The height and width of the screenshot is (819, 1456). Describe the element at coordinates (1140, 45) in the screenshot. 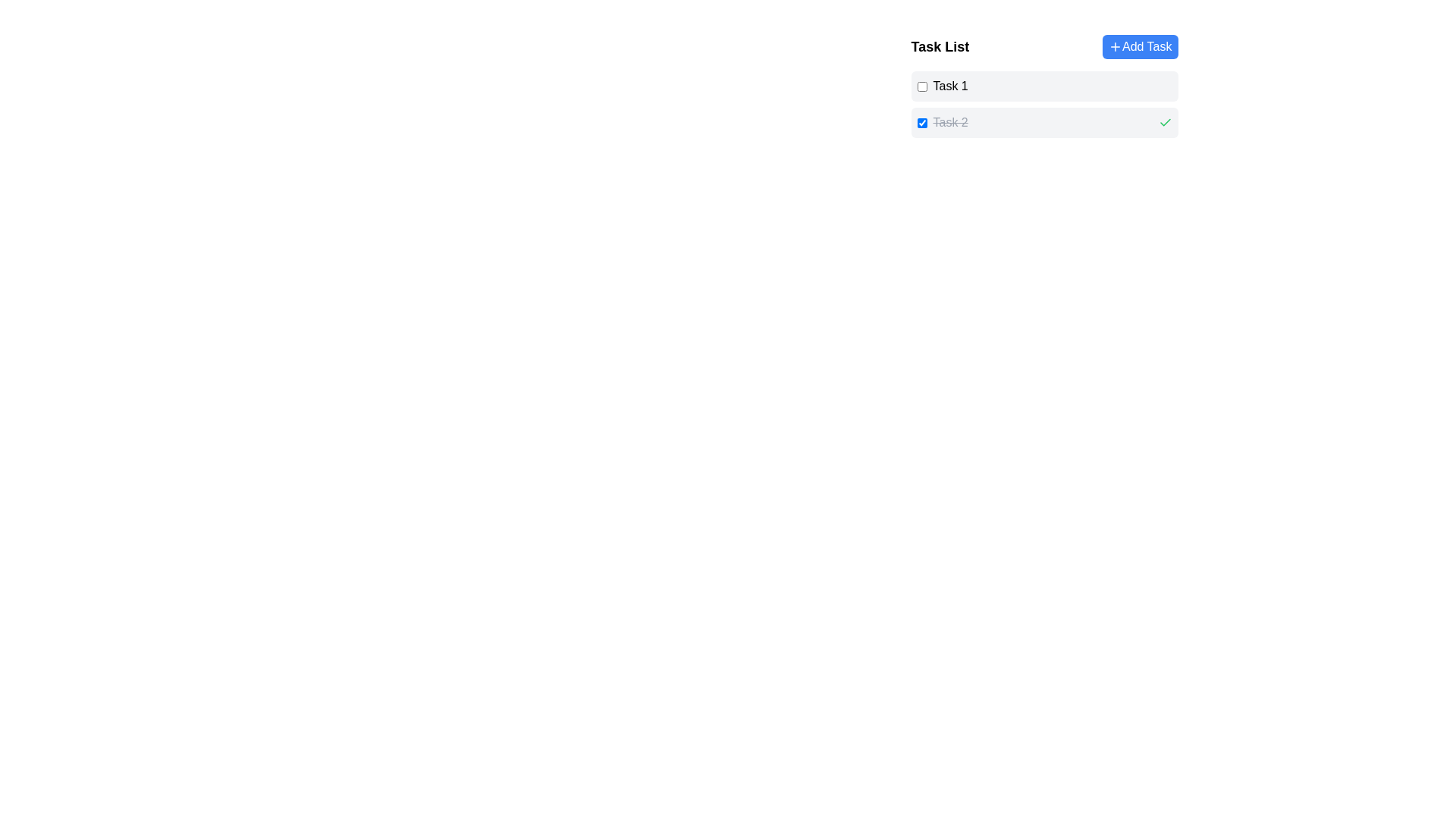

I see `the button located to the far-right of the header bar in the 'Task List' section` at that location.